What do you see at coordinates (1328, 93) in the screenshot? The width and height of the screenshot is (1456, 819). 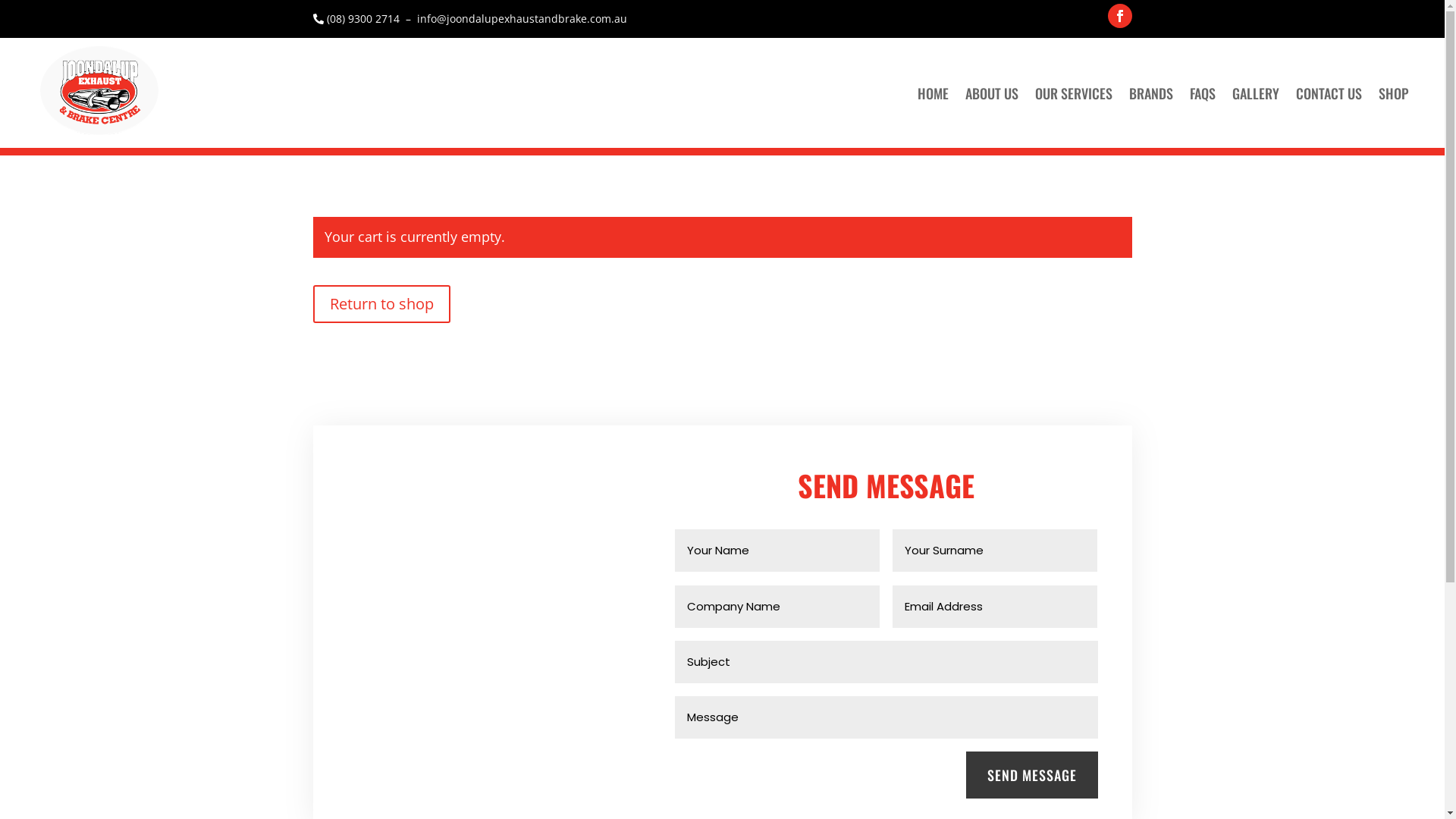 I see `'CONTACT US'` at bounding box center [1328, 93].